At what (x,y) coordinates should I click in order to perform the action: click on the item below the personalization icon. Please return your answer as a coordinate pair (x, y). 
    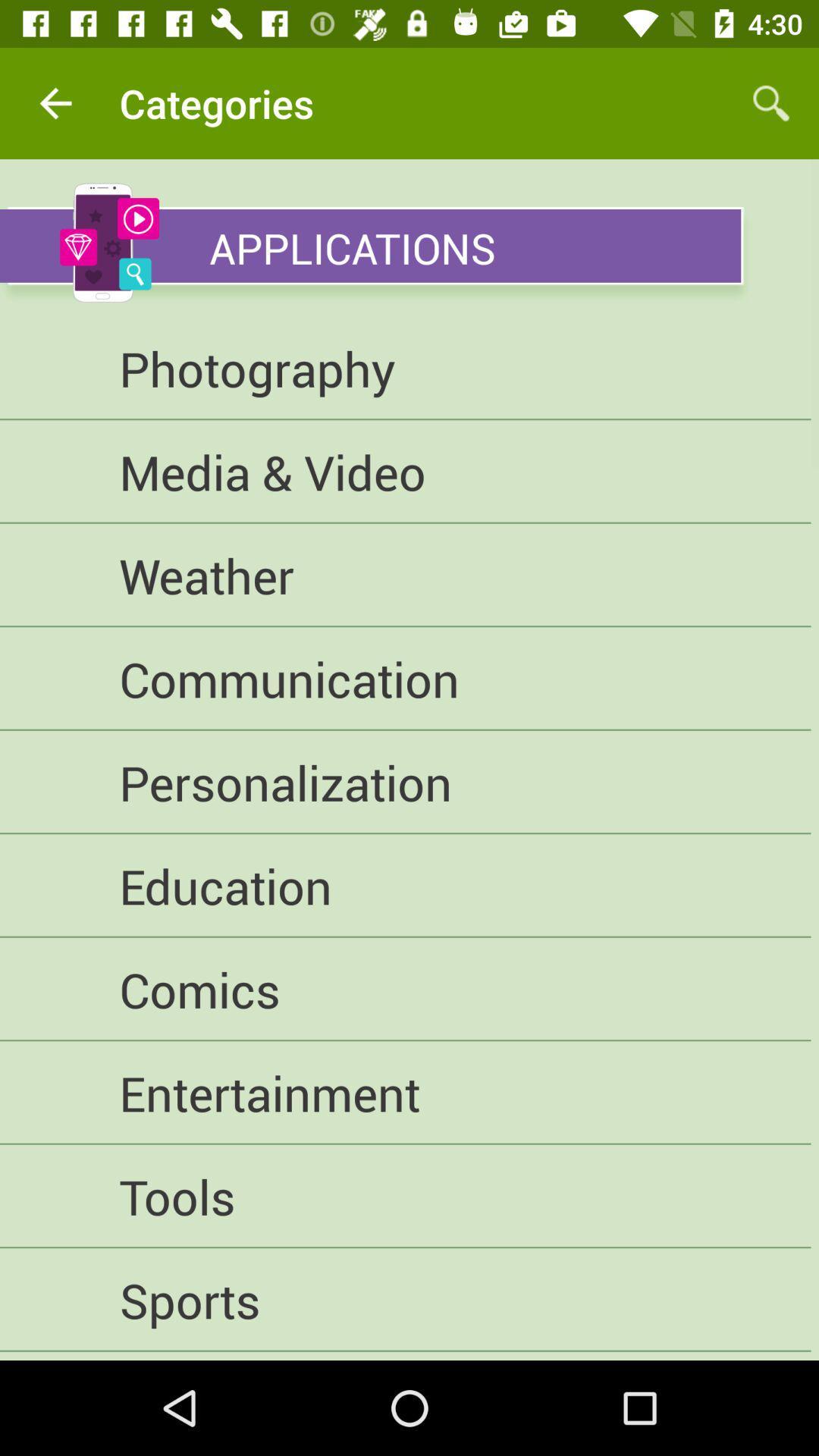
    Looking at the image, I should click on (404, 886).